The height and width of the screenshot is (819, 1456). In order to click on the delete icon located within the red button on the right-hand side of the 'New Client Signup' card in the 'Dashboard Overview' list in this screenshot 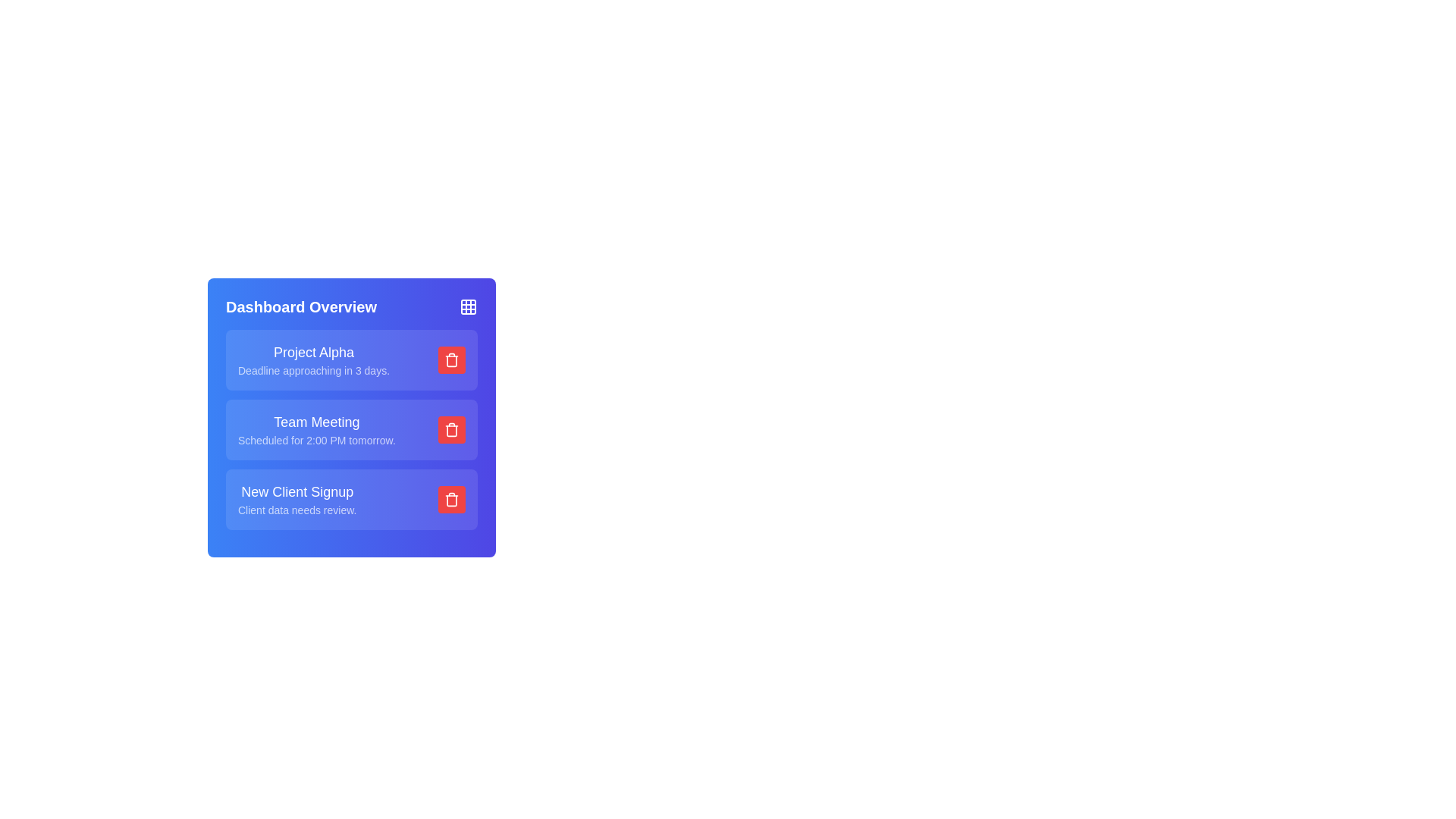, I will do `click(450, 500)`.